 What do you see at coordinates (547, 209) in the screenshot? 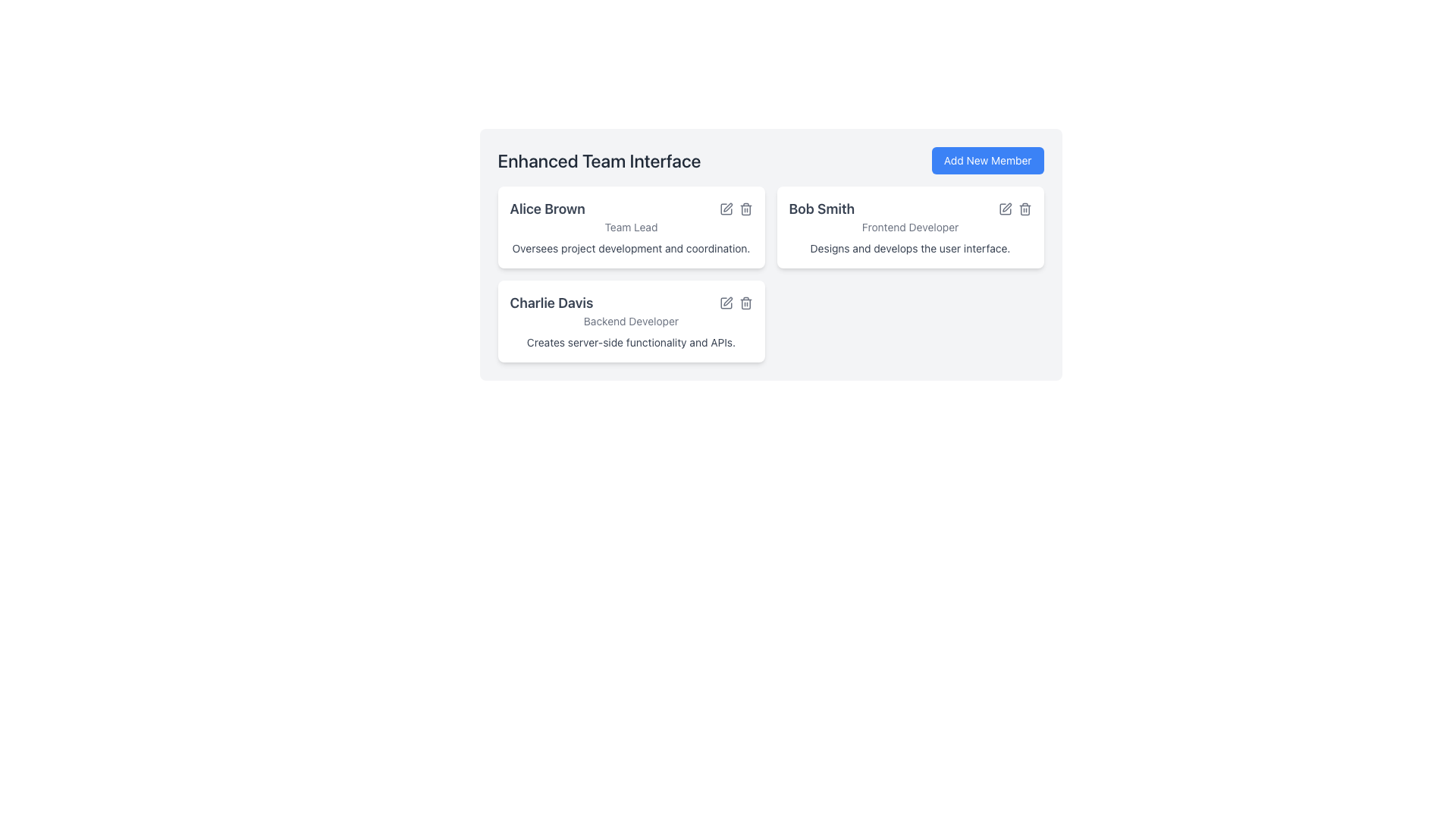
I see `text element displaying 'Alice Brown' in bold, dark gray font, located in the leftmost card under 'Enhanced Team Interface'` at bounding box center [547, 209].